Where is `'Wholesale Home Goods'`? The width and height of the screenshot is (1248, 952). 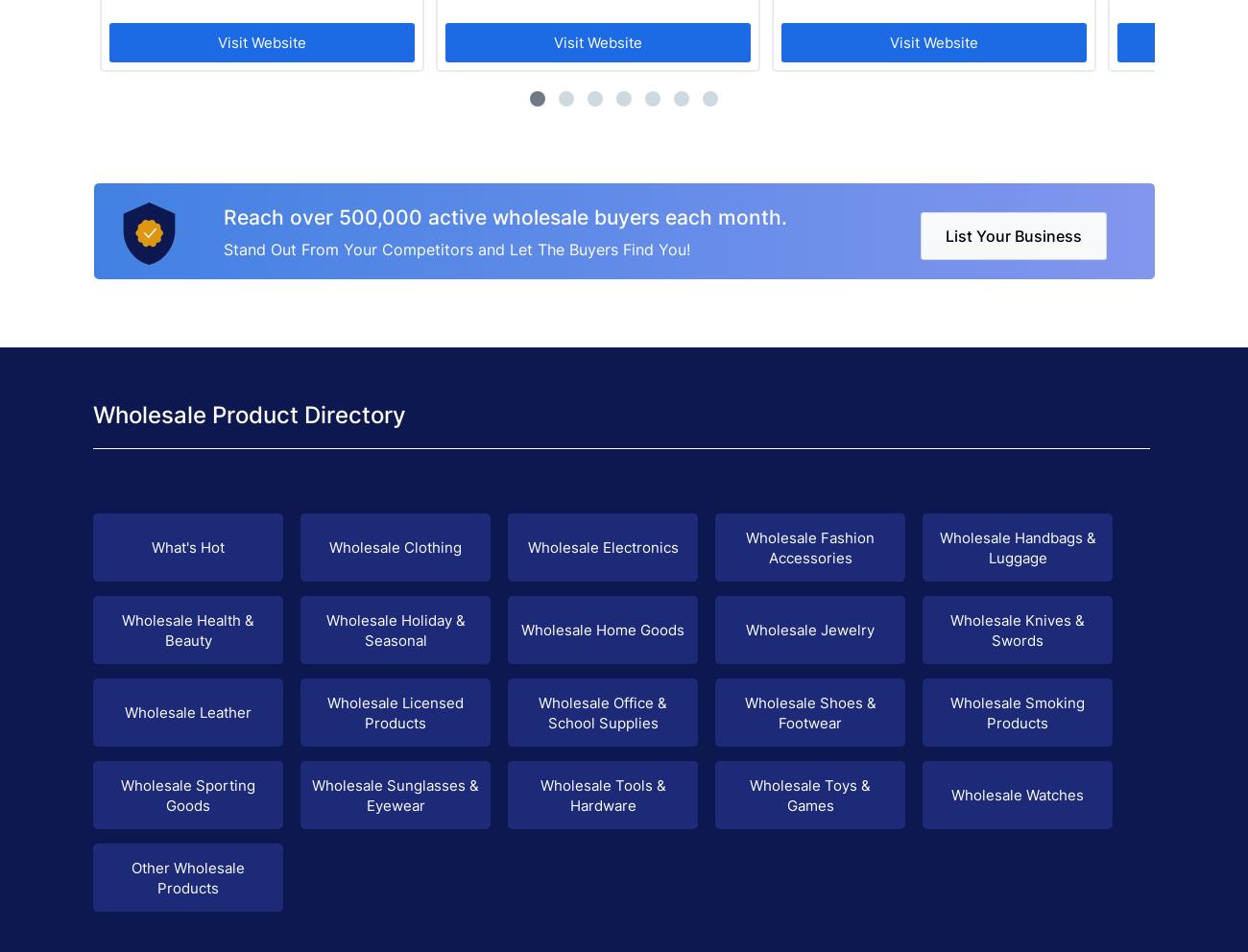 'Wholesale Home Goods' is located at coordinates (603, 630).